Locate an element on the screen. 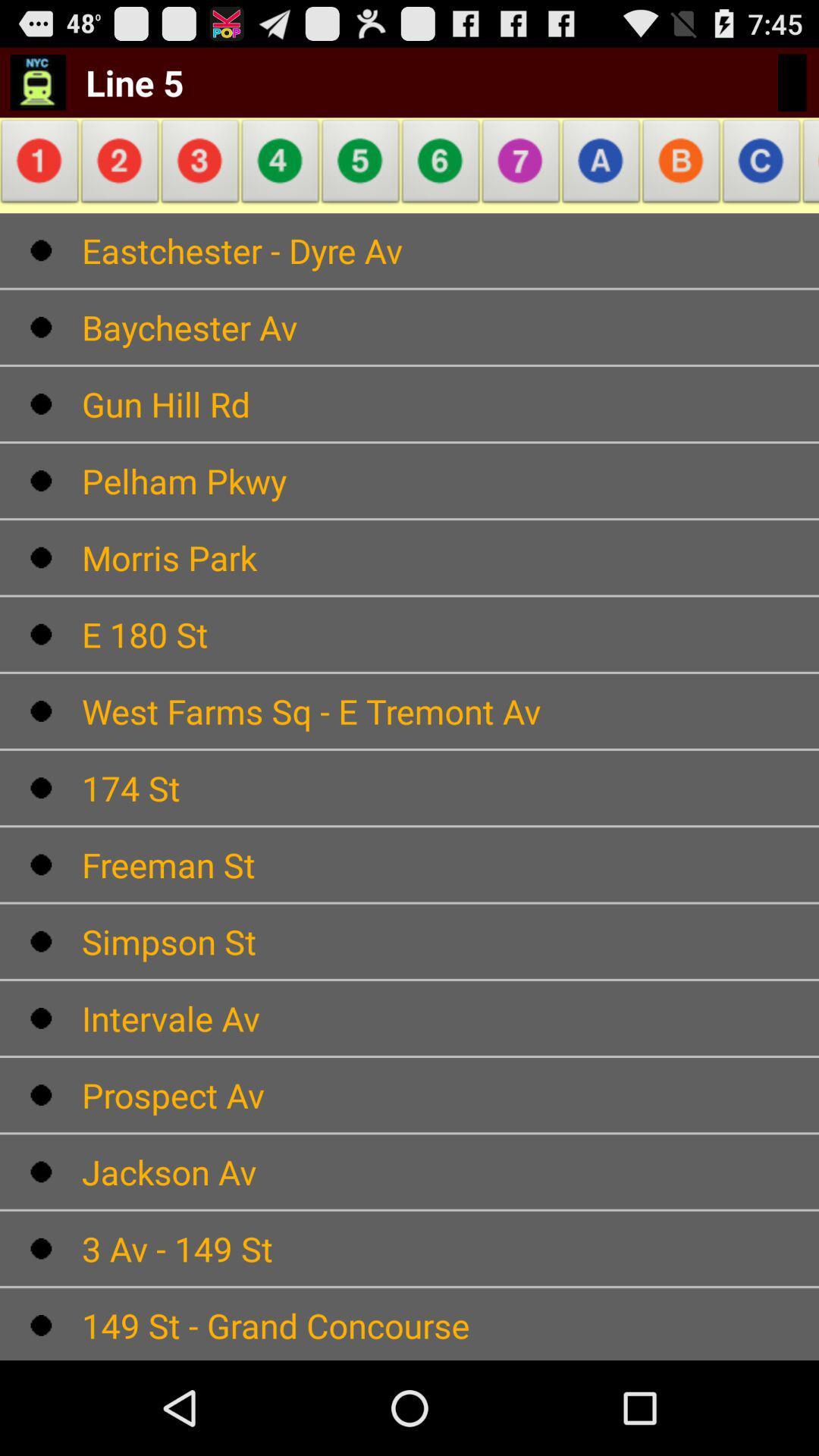  the icon above the eastchester - dyre av item is located at coordinates (761, 165).